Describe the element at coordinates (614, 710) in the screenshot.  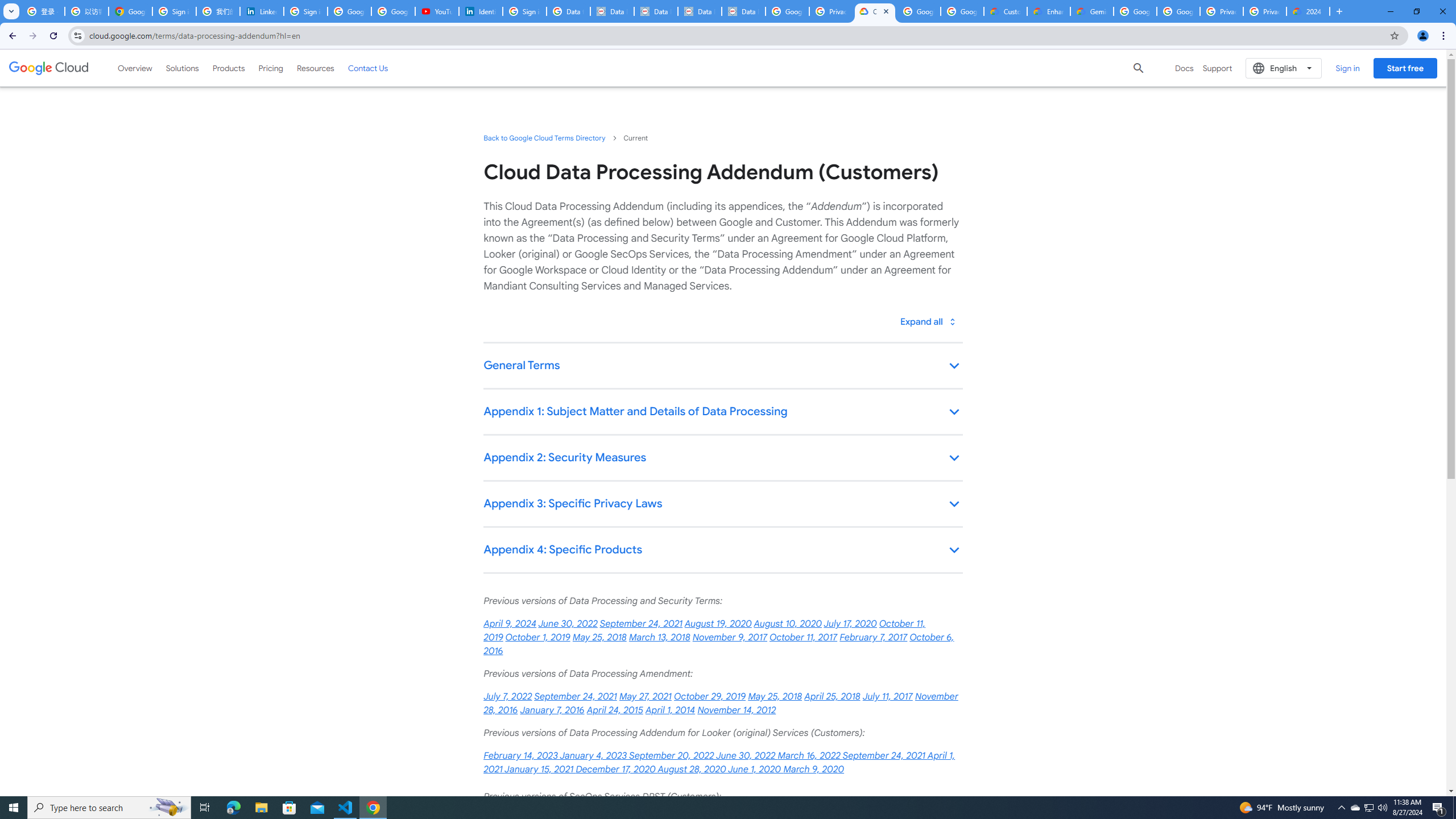
I see `'April 24, 2015'` at that location.